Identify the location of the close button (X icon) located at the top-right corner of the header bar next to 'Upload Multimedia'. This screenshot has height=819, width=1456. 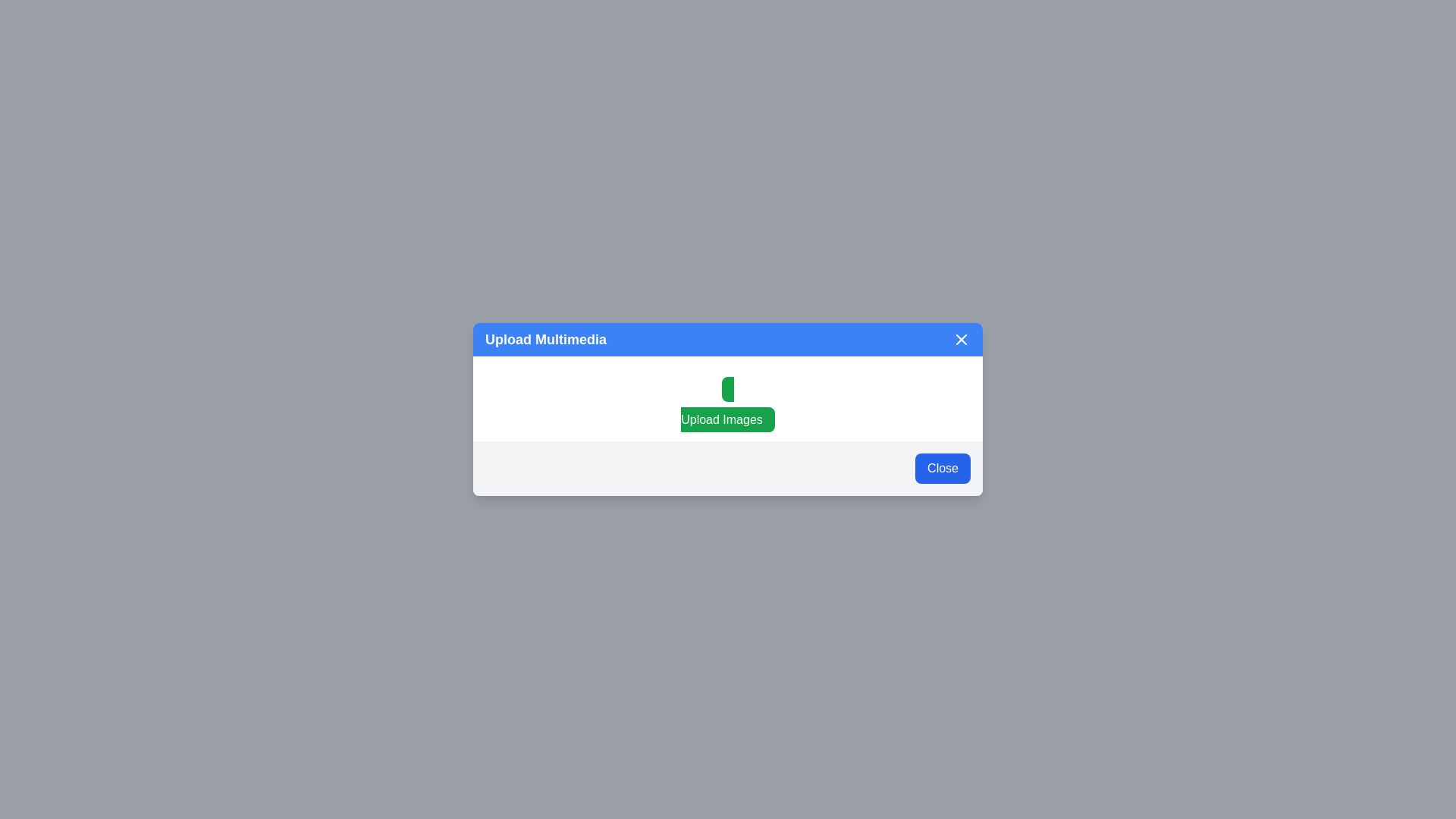
(960, 338).